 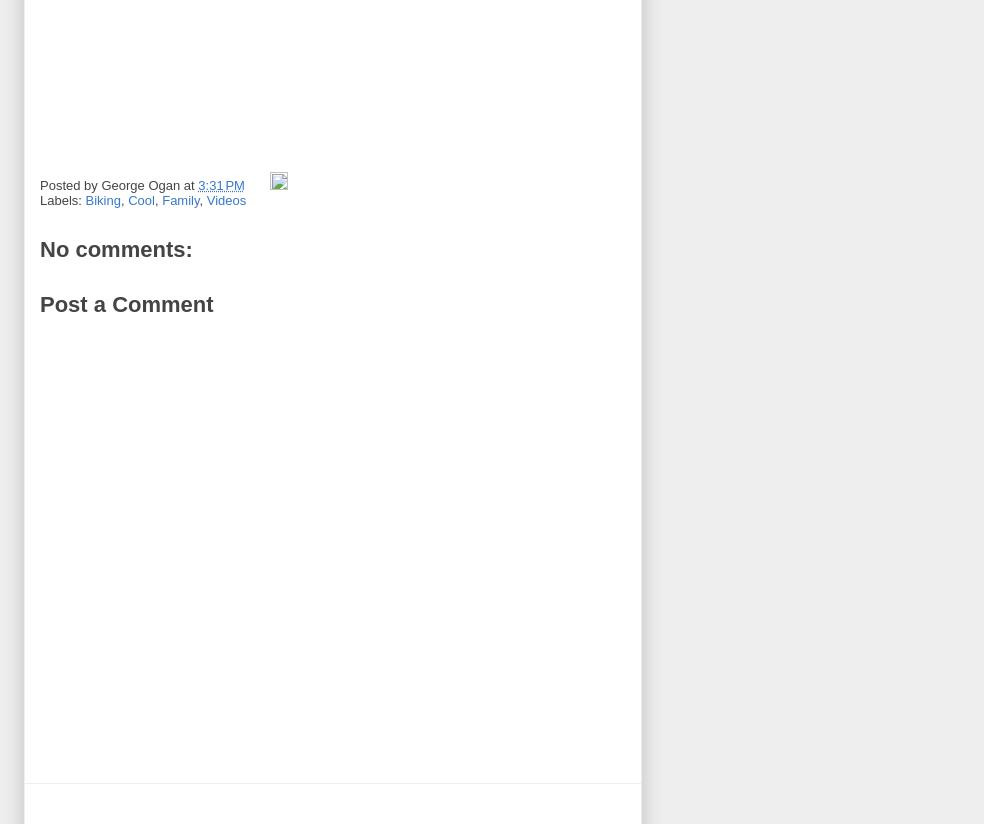 I want to click on 'No comments:', so click(x=115, y=248).